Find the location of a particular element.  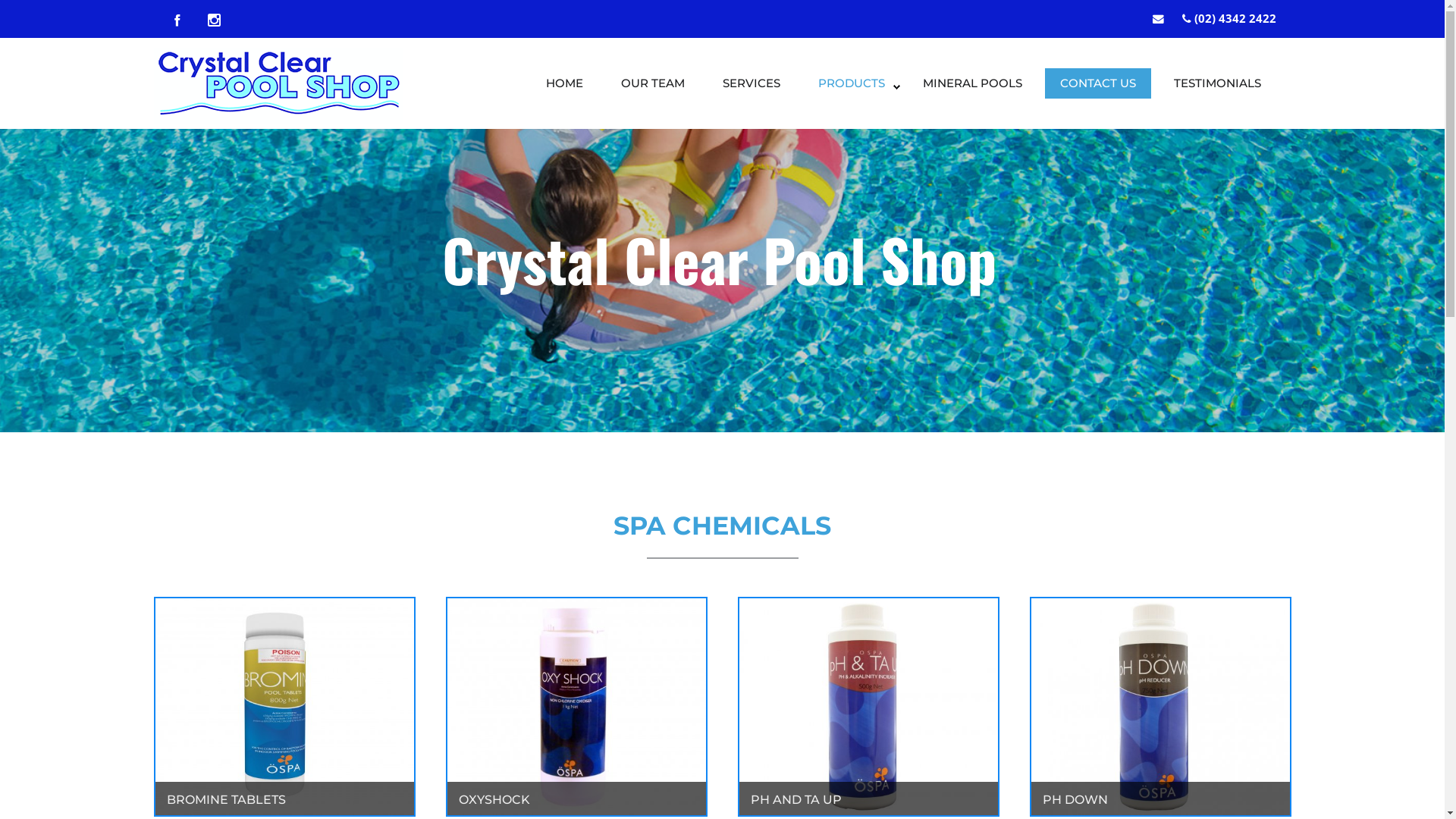

'PH AND TA UP' is located at coordinates (750, 799).